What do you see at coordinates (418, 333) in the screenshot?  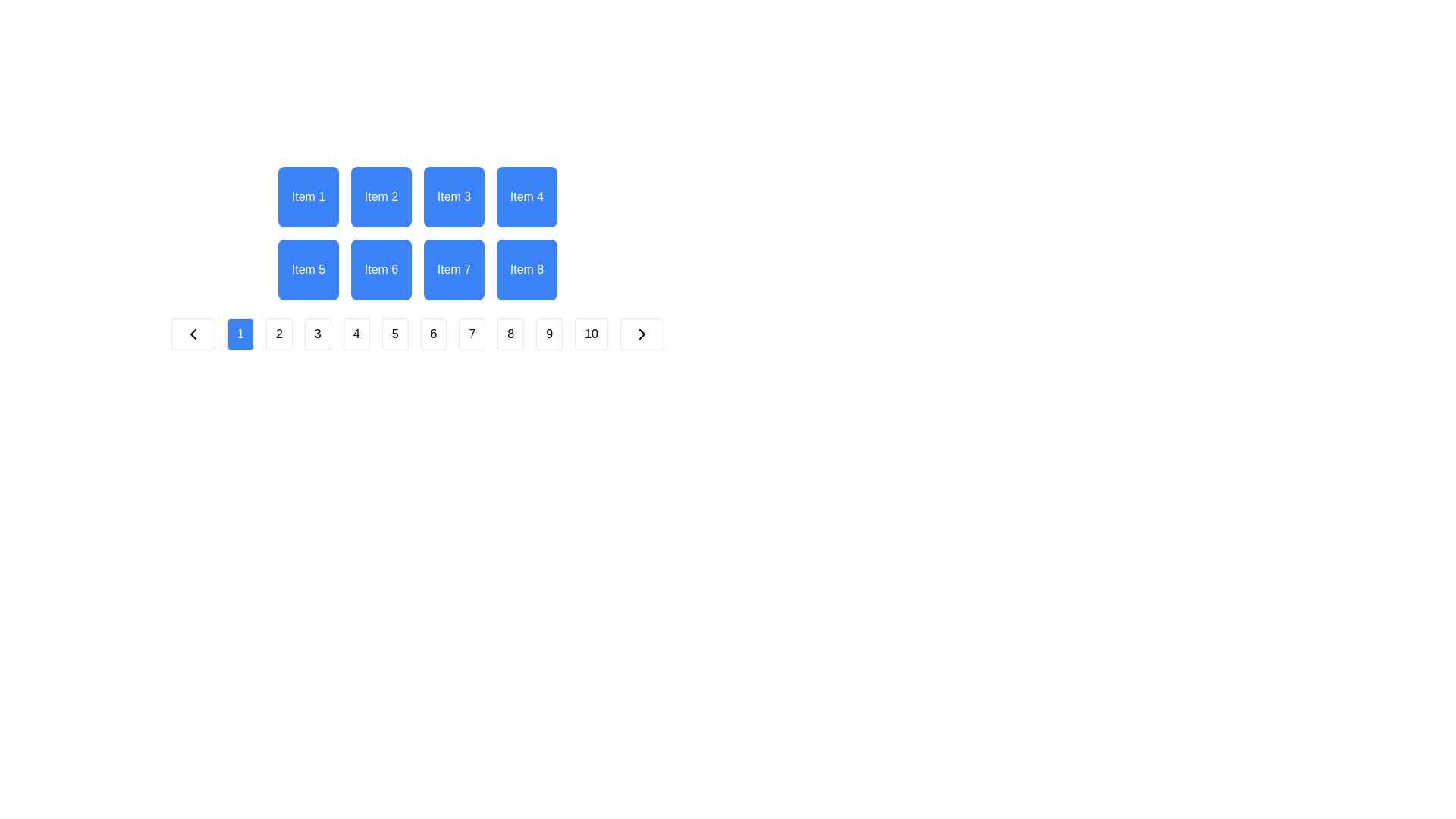 I see `the sixth numeric button in the pagination control` at bounding box center [418, 333].